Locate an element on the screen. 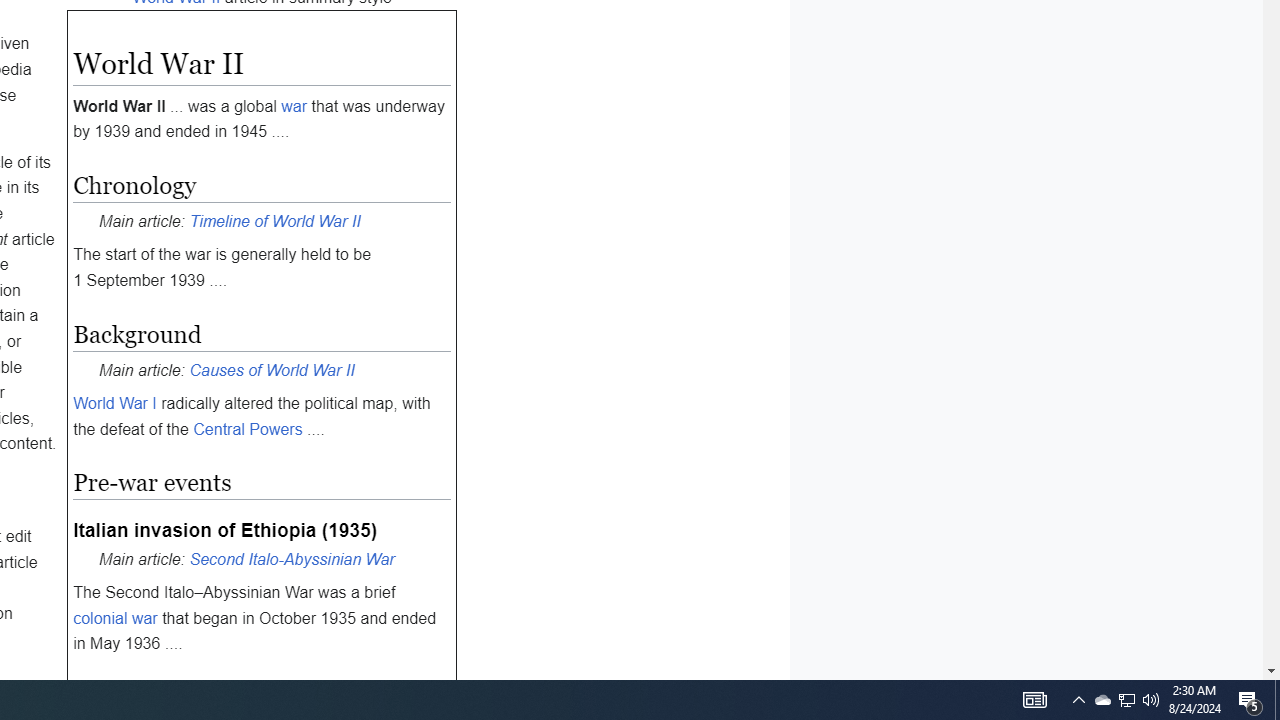 This screenshot has width=1280, height=720. 'colonial war' is located at coordinates (114, 617).